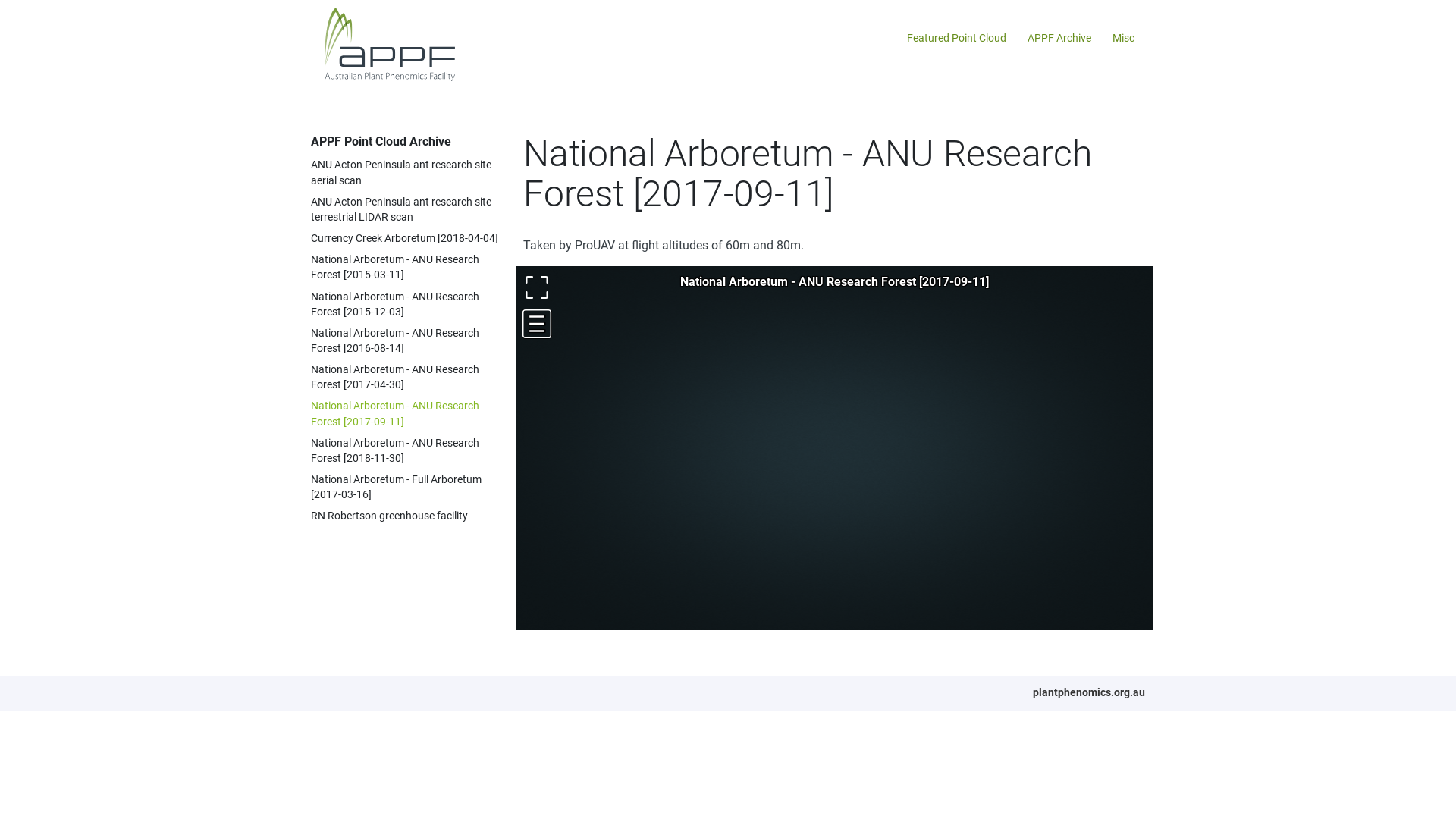 This screenshot has height=819, width=1456. Describe the element at coordinates (568, 295) in the screenshot. I see `'FR'` at that location.